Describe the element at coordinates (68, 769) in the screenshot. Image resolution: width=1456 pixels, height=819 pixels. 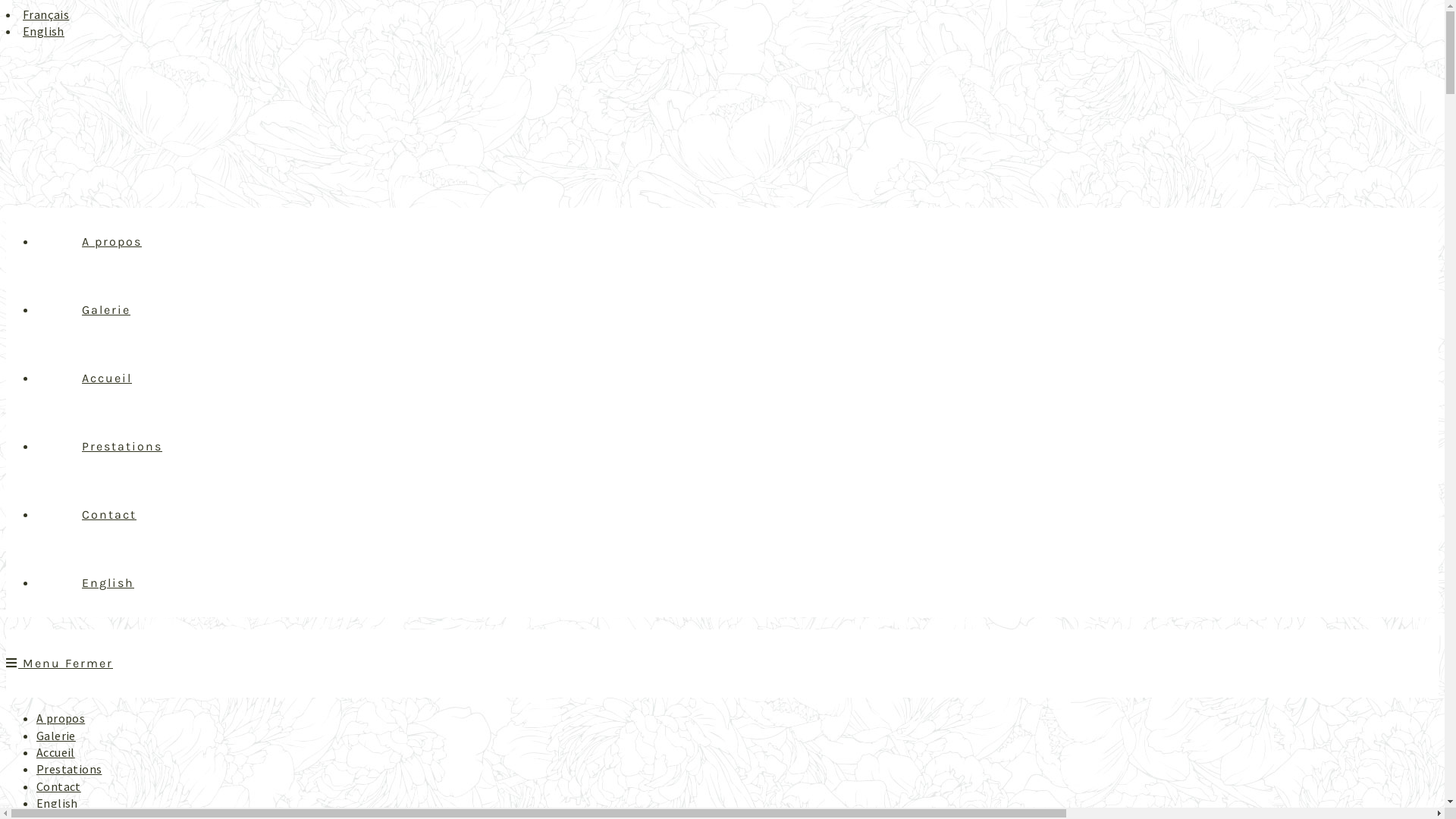
I see `'Prestations'` at that location.